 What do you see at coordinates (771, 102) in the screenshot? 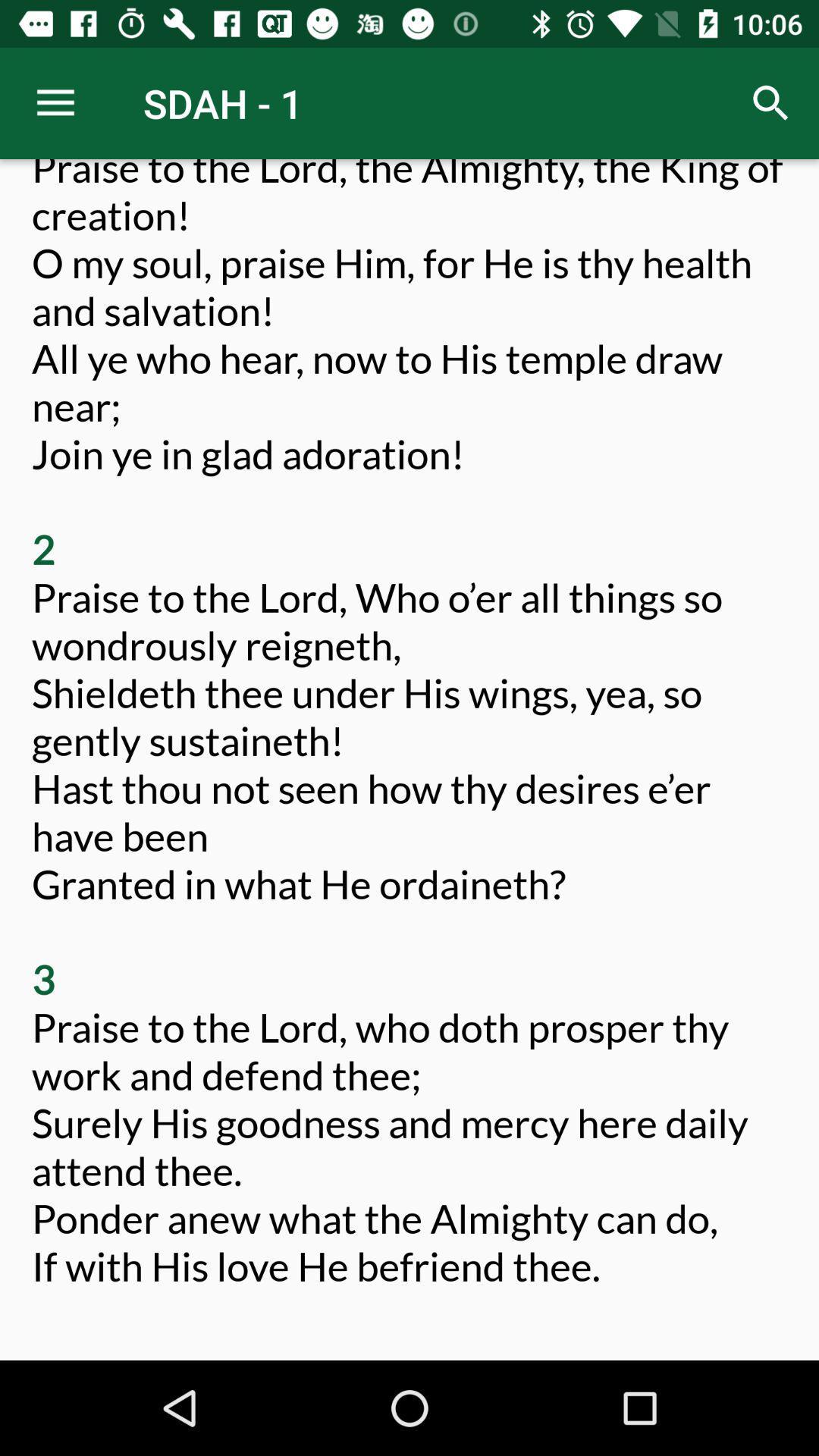
I see `icon to the right of sdah - 1` at bounding box center [771, 102].